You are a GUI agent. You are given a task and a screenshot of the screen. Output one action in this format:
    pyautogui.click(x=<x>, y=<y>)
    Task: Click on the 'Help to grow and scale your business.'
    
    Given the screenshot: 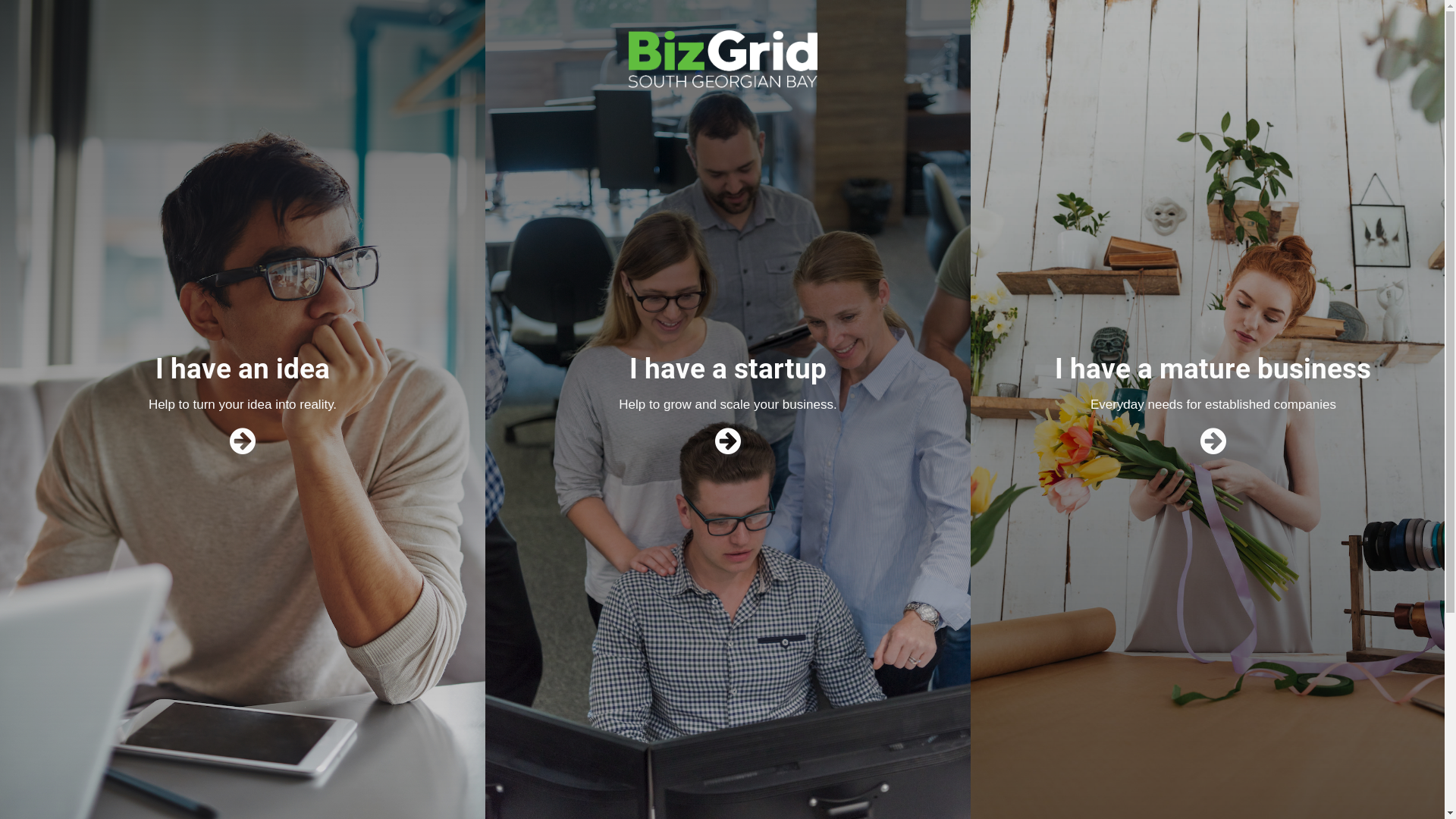 What is the action you would take?
    pyautogui.click(x=726, y=403)
    